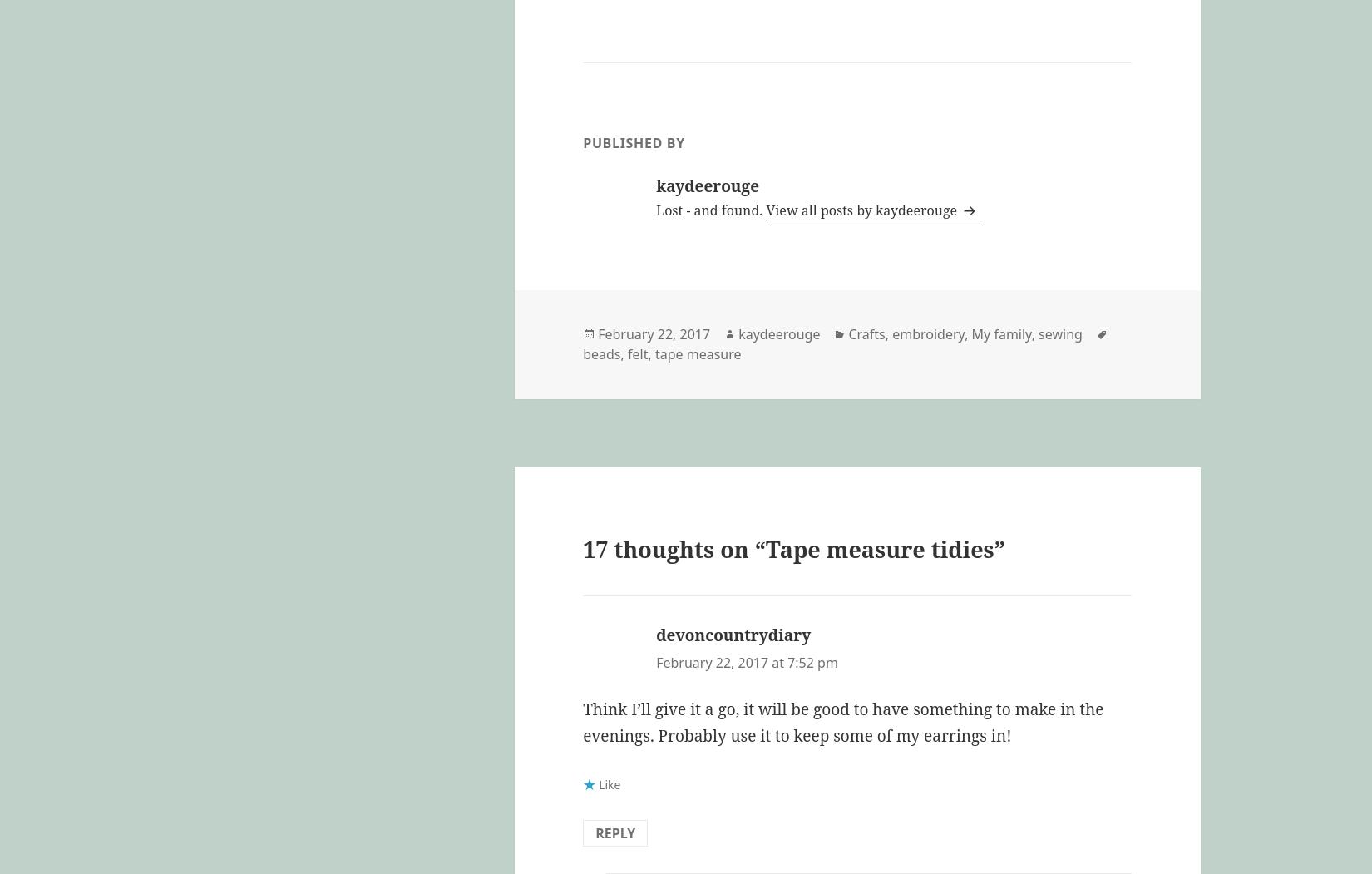 This screenshot has height=874, width=1372. Describe the element at coordinates (711, 210) in the screenshot. I see `'Lost - and found.'` at that location.